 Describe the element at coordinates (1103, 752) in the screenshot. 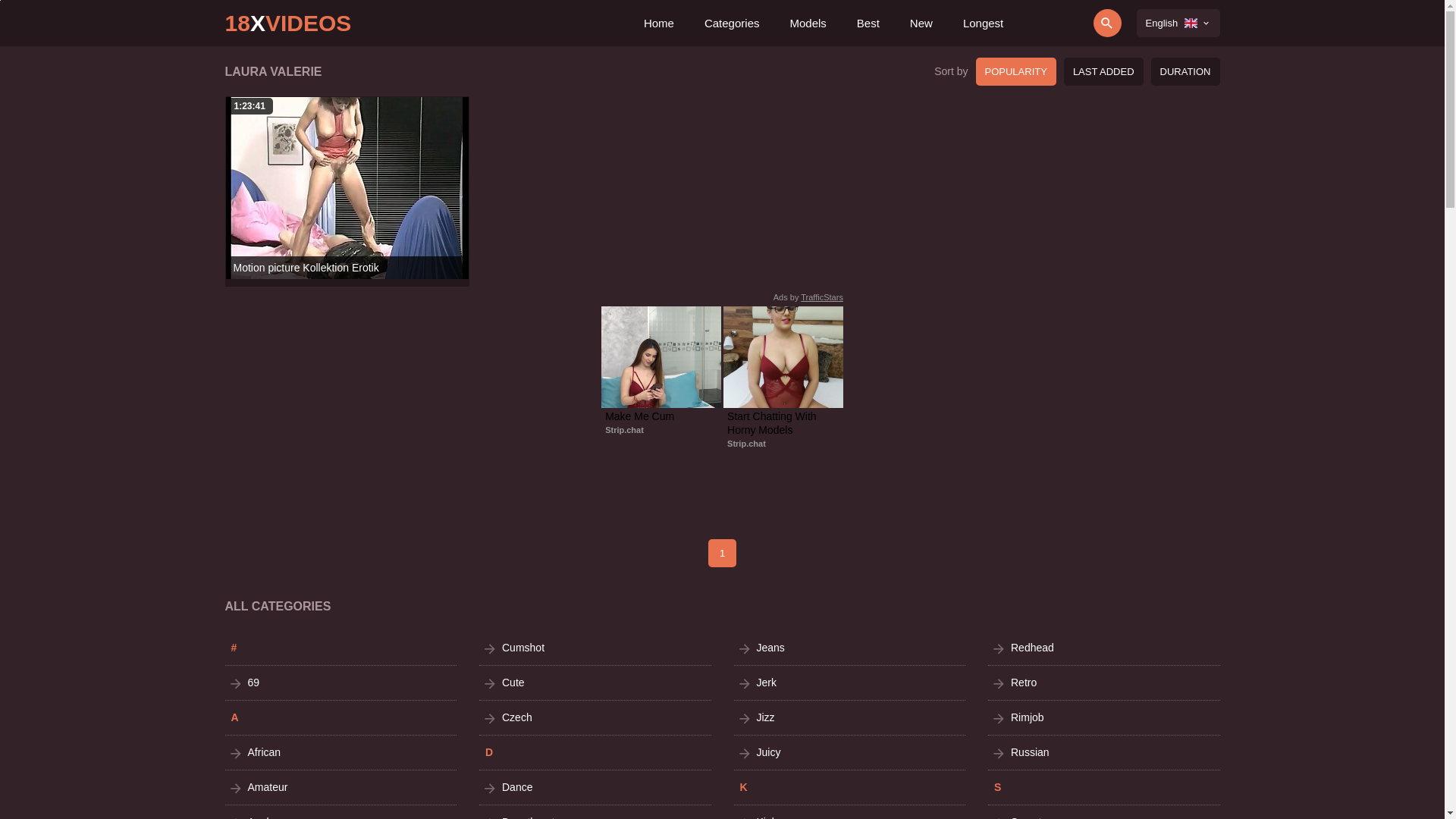

I see `'Russian'` at that location.